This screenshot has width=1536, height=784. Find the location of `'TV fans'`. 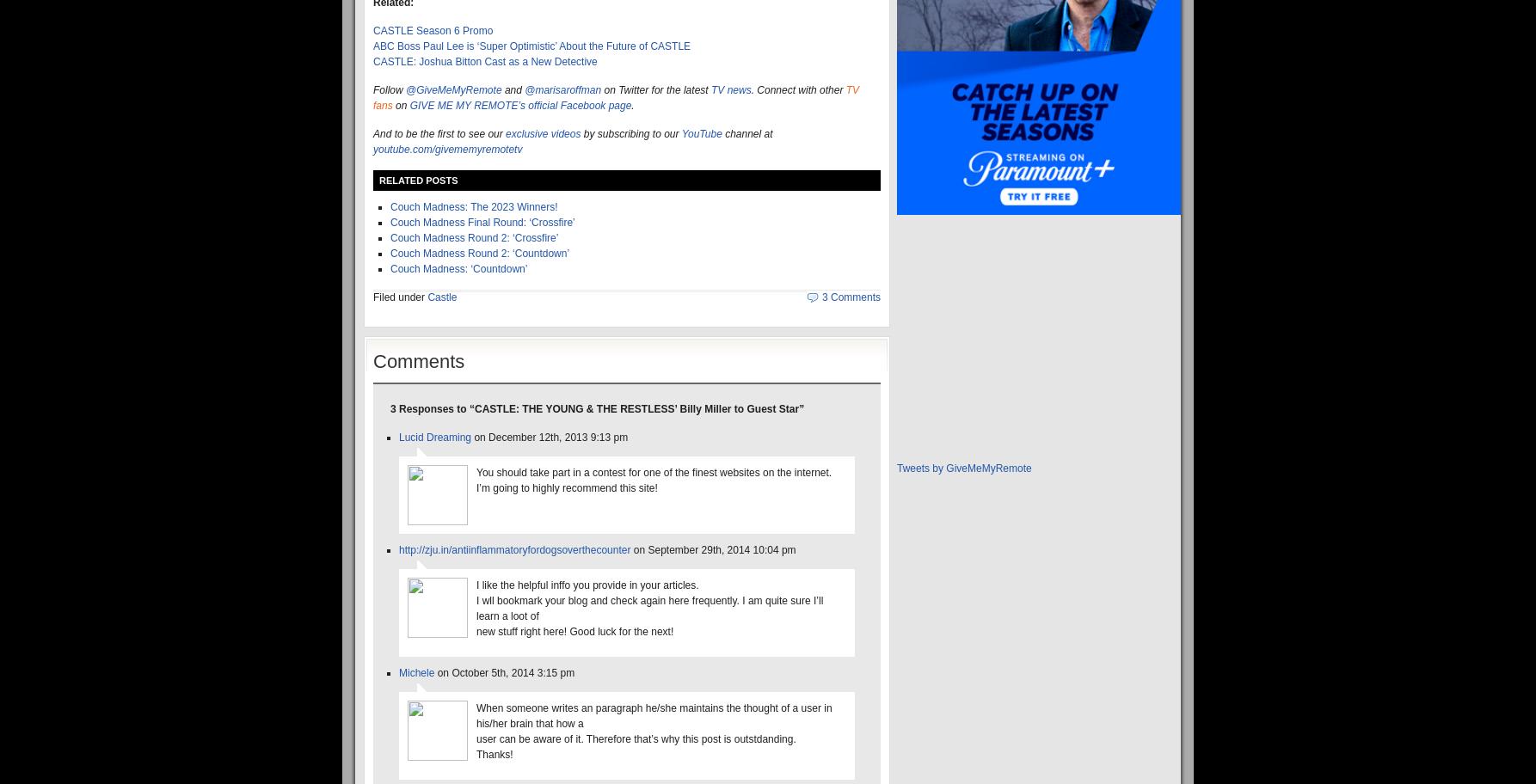

'TV fans' is located at coordinates (616, 98).